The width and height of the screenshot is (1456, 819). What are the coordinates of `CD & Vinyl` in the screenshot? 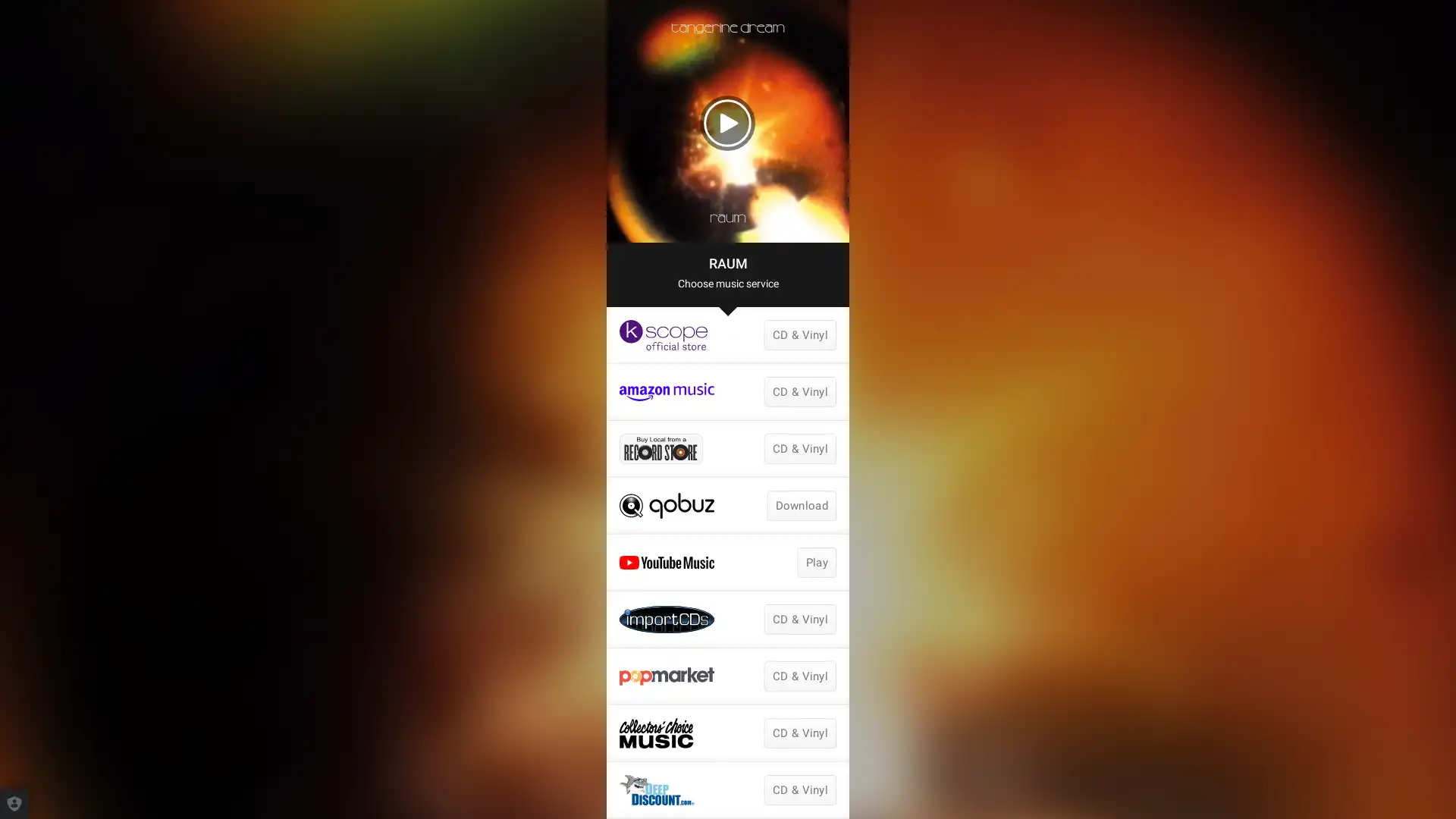 It's located at (799, 675).